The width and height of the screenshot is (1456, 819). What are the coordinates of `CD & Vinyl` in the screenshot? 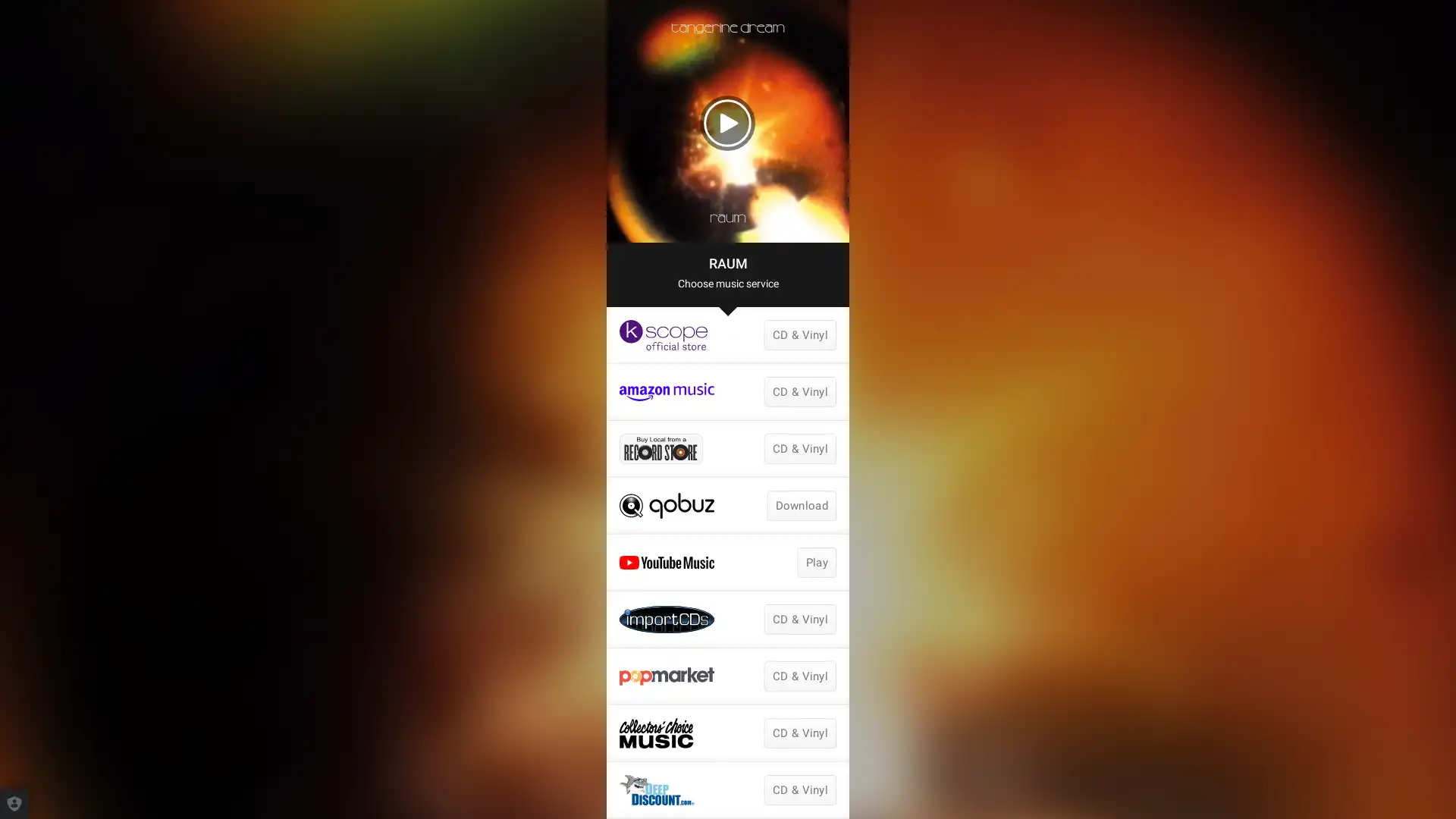 It's located at (799, 675).